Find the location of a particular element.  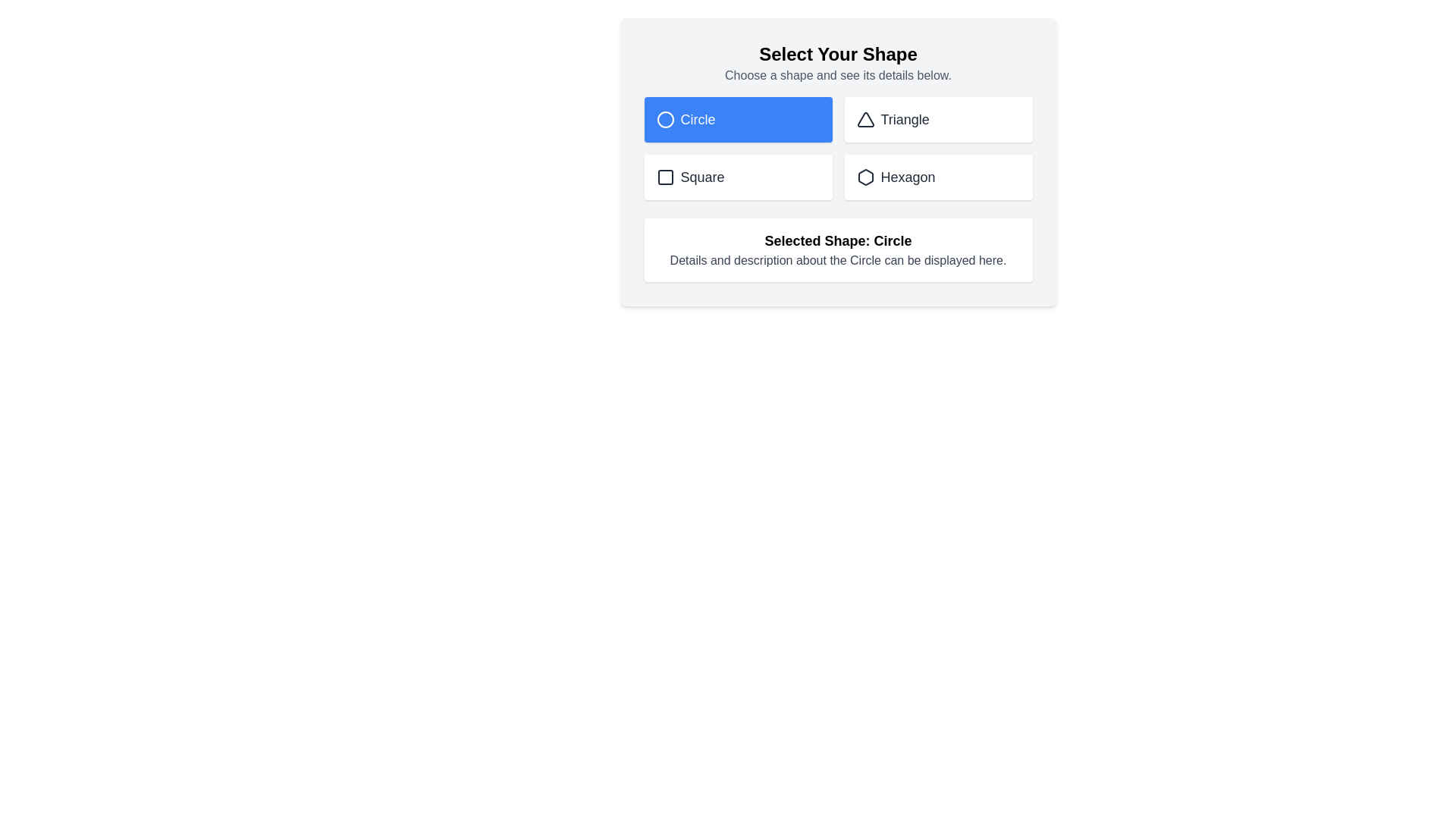

the hexagonal-shaped graphic icon outlined in dark color is located at coordinates (865, 177).